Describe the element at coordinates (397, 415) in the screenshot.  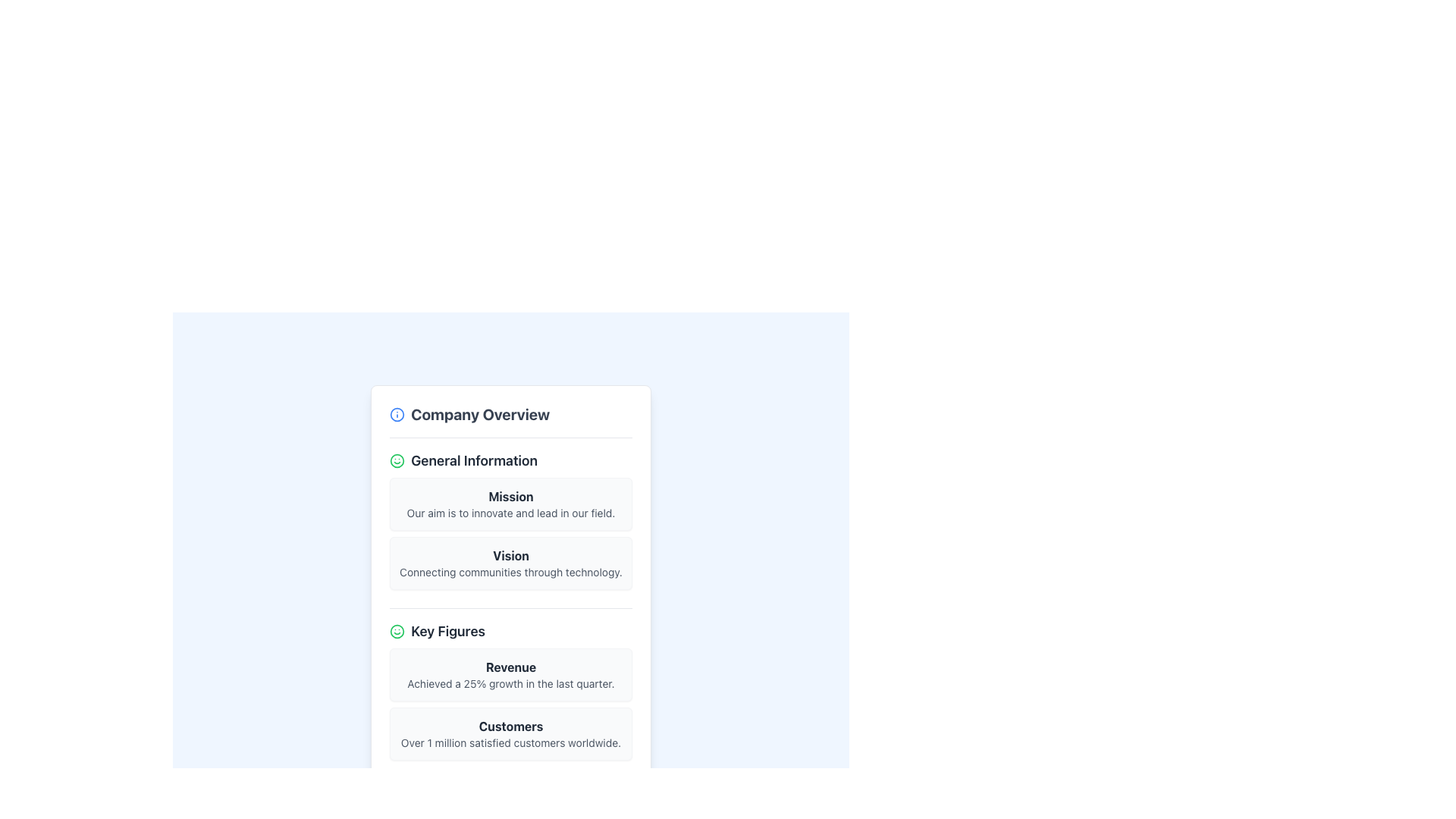
I see `the informational icon located on the far left of the header for the 'Company Overview' section` at that location.